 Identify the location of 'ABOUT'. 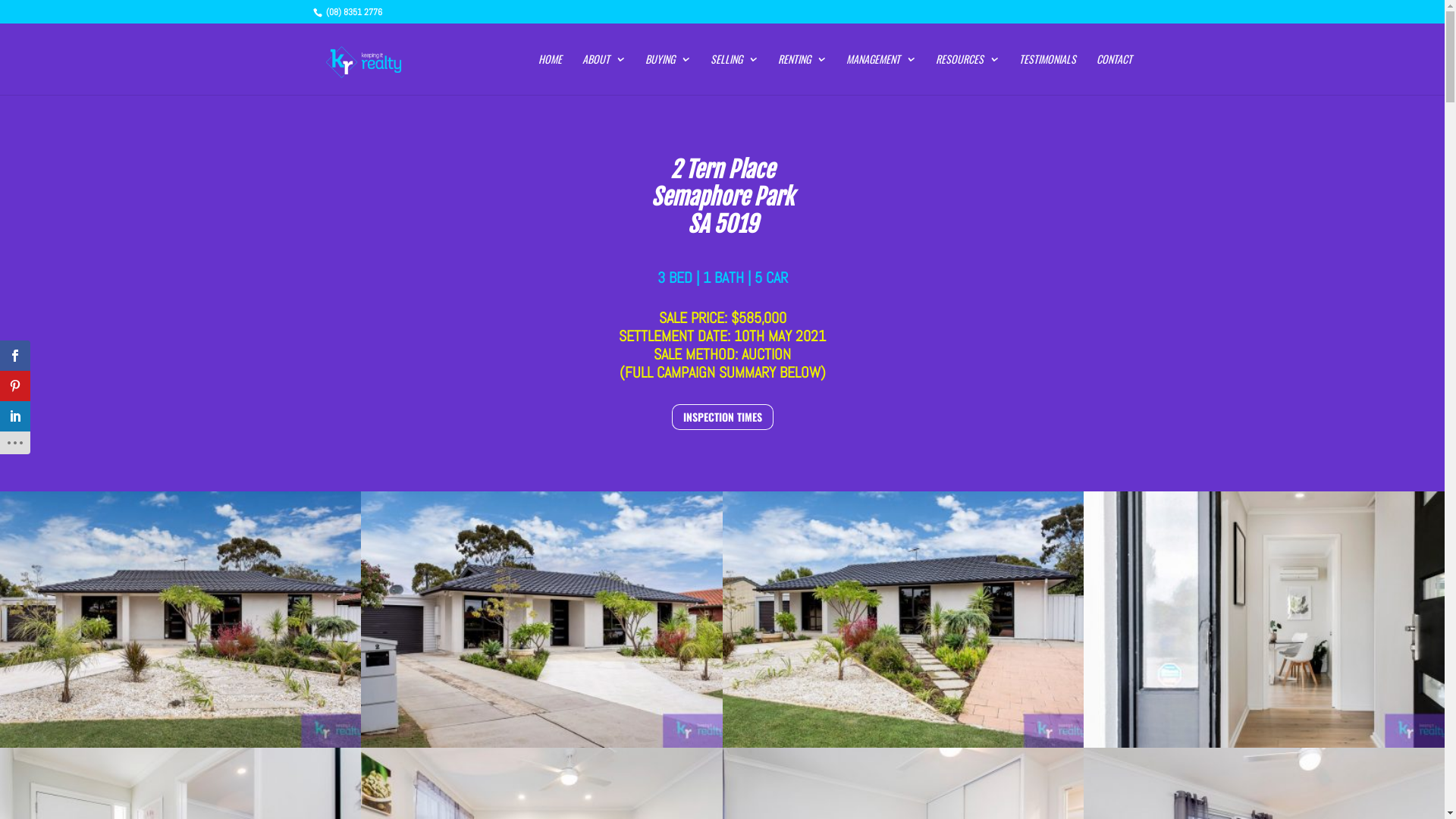
(603, 74).